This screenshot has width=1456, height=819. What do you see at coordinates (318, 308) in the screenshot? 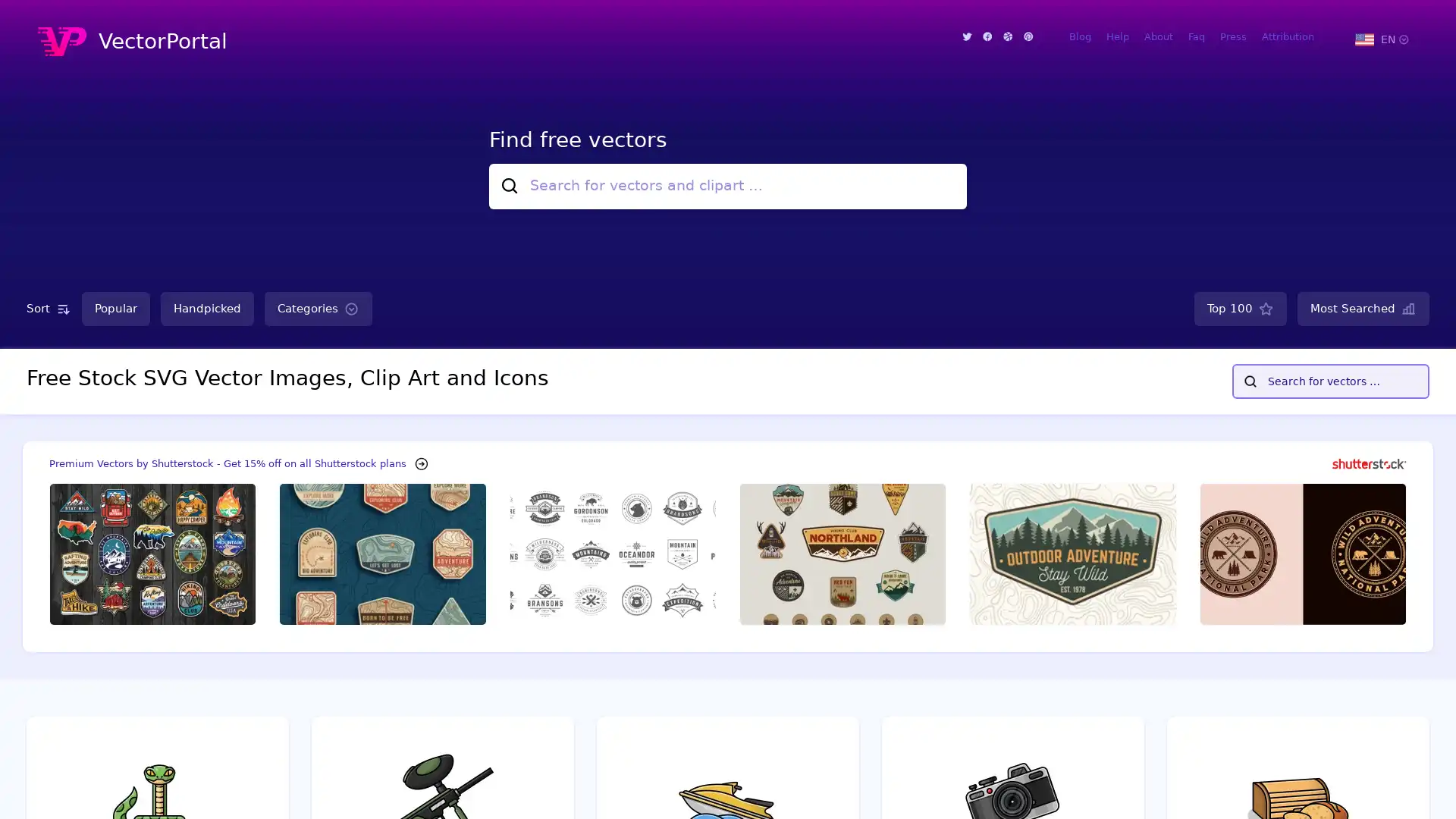
I see `Categories` at bounding box center [318, 308].